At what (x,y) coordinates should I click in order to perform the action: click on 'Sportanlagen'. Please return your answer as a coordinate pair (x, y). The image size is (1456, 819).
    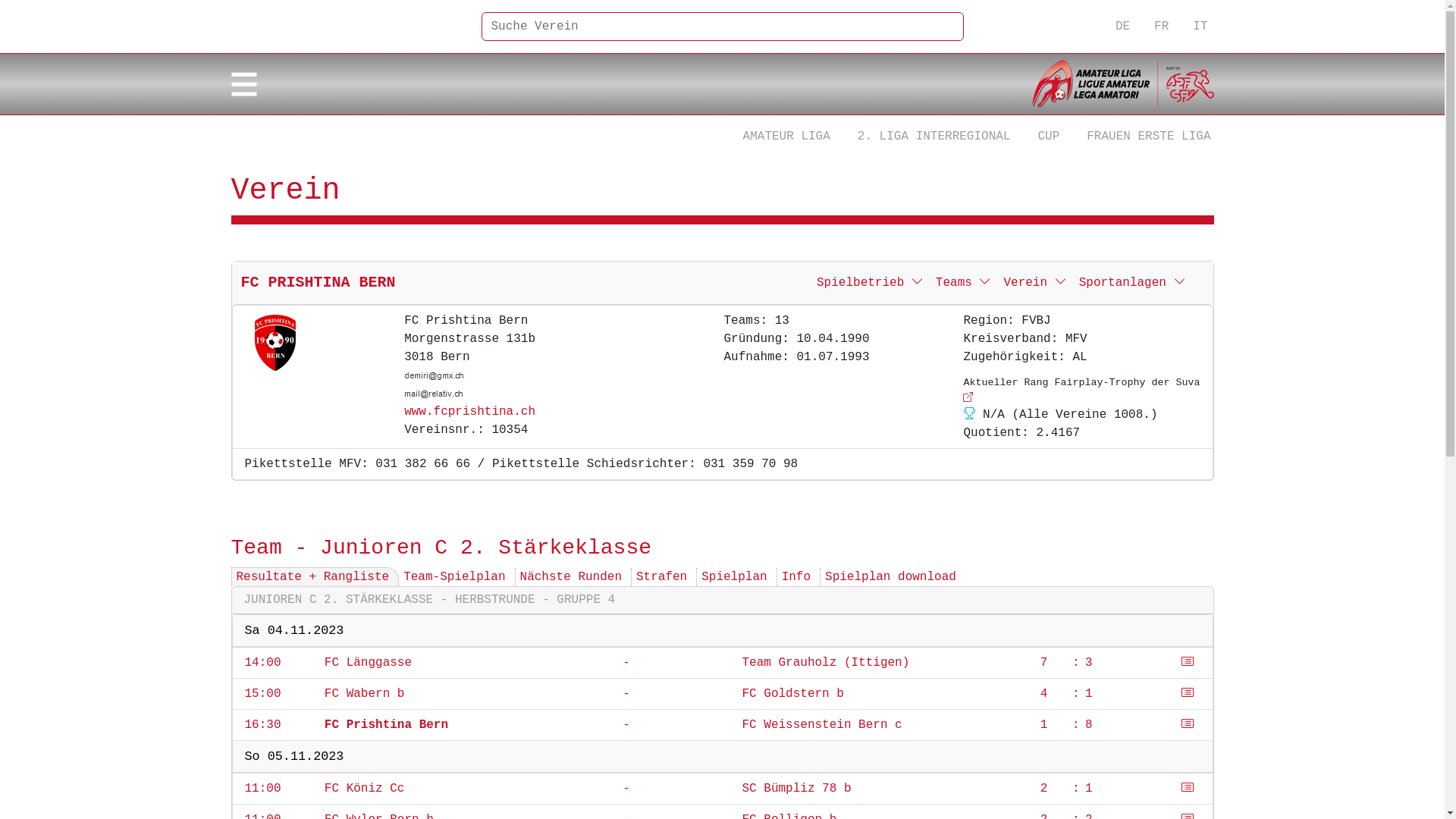
    Looking at the image, I should click on (1132, 283).